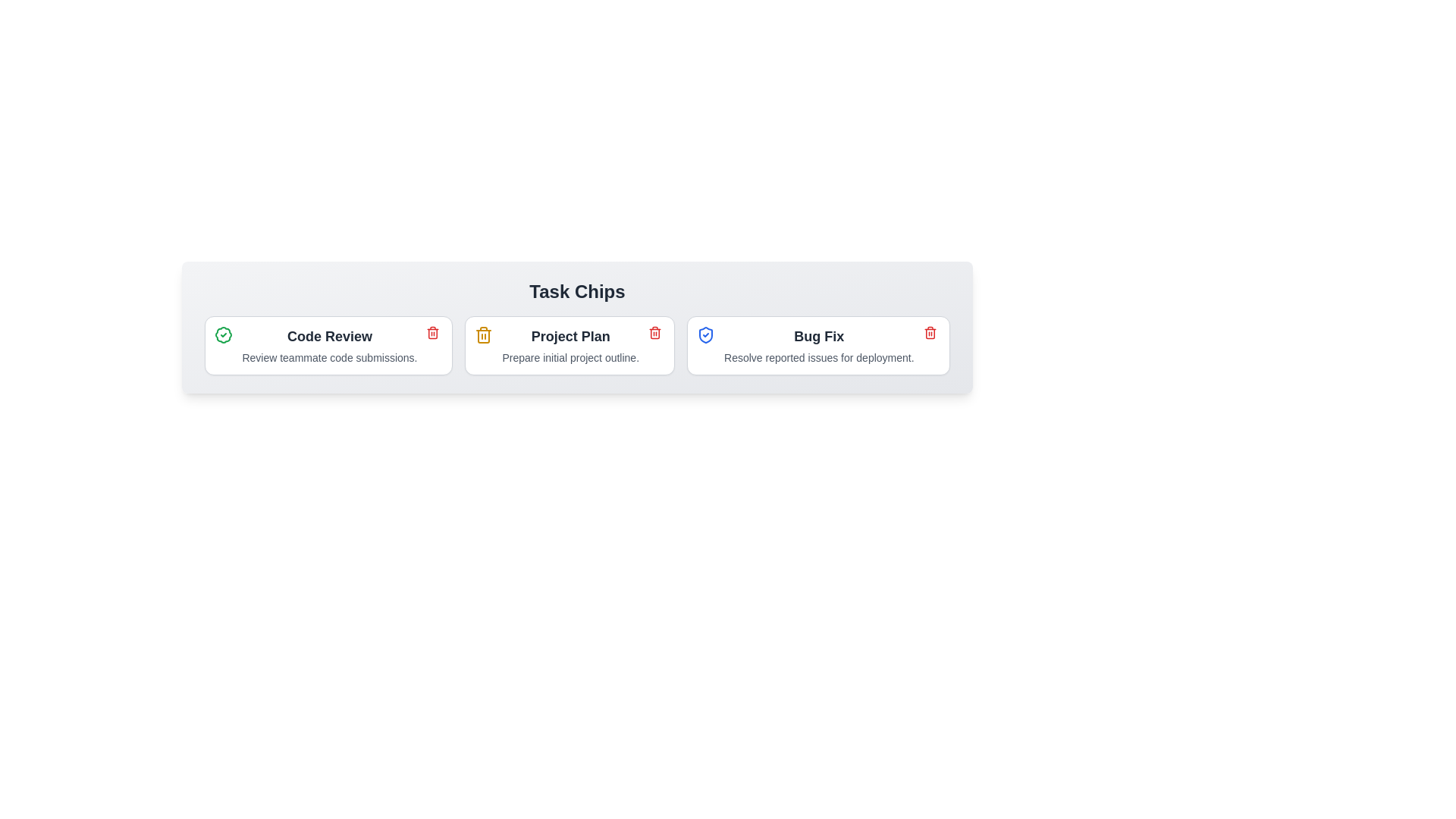  Describe the element at coordinates (817, 345) in the screenshot. I see `the task chip corresponding to Bug Fix` at that location.